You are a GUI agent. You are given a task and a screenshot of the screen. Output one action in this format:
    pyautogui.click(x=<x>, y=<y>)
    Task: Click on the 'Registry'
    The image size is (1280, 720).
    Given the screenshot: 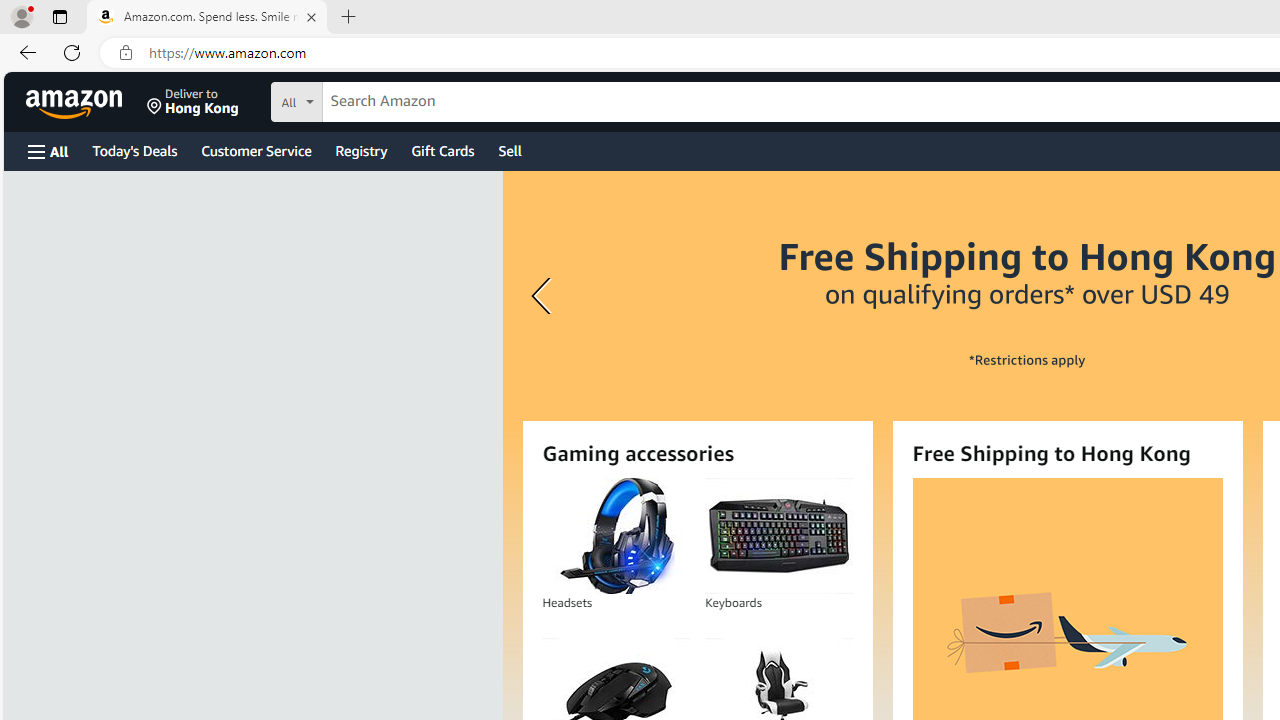 What is the action you would take?
    pyautogui.click(x=360, y=149)
    